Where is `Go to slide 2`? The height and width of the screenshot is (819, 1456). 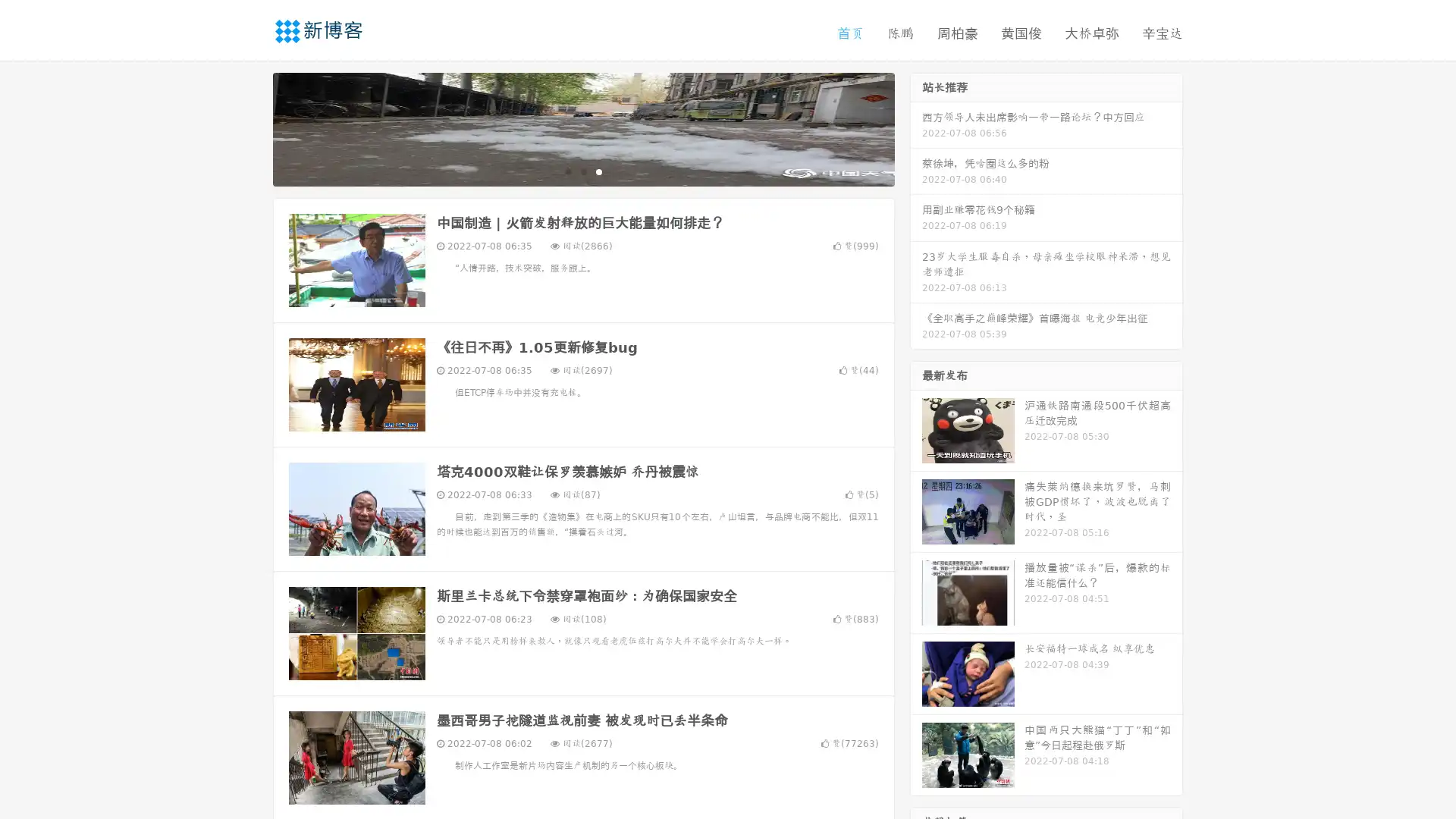
Go to slide 2 is located at coordinates (582, 171).